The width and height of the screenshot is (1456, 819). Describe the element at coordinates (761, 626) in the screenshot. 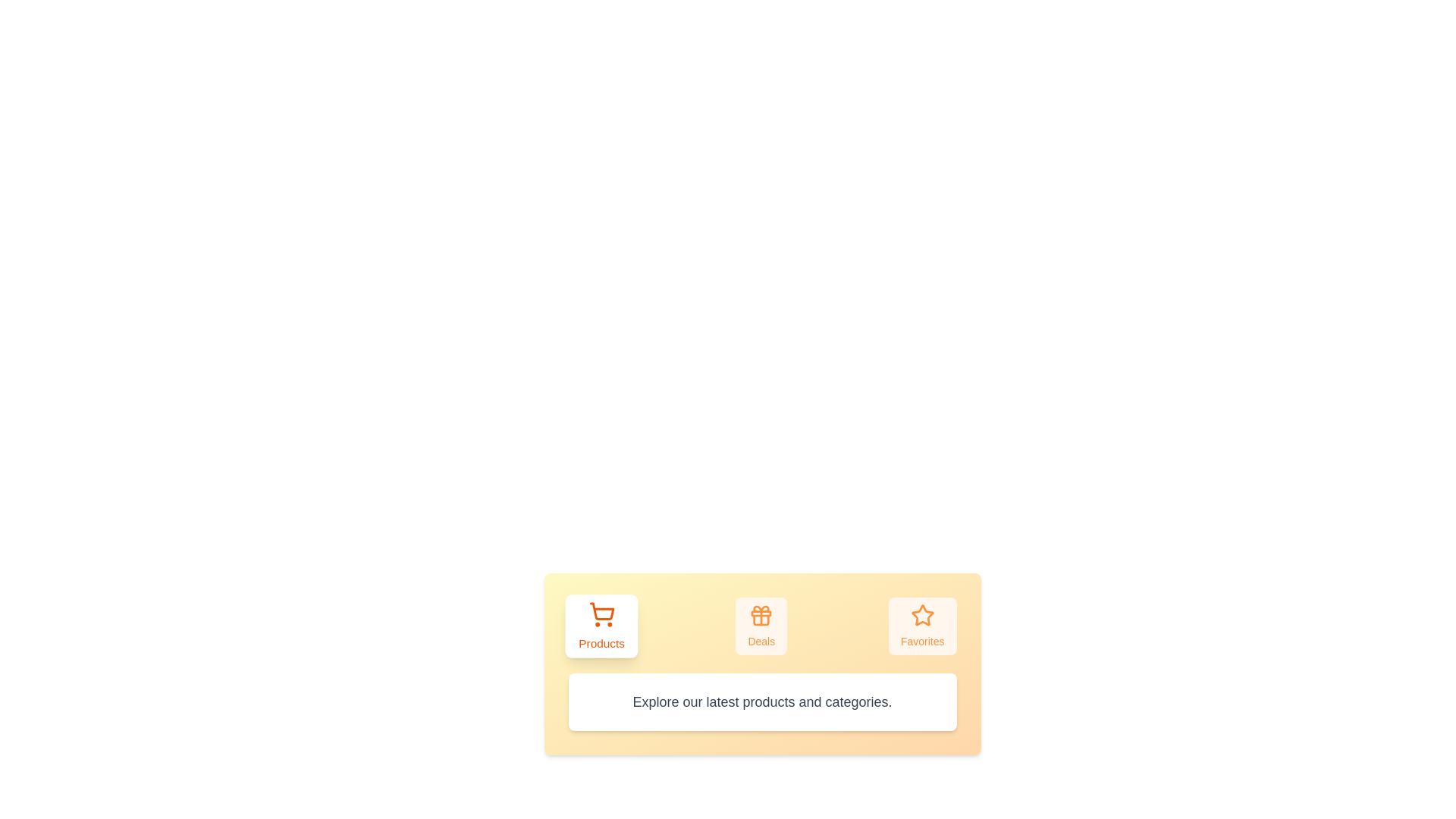

I see `the Deals tab by clicking on its button` at that location.